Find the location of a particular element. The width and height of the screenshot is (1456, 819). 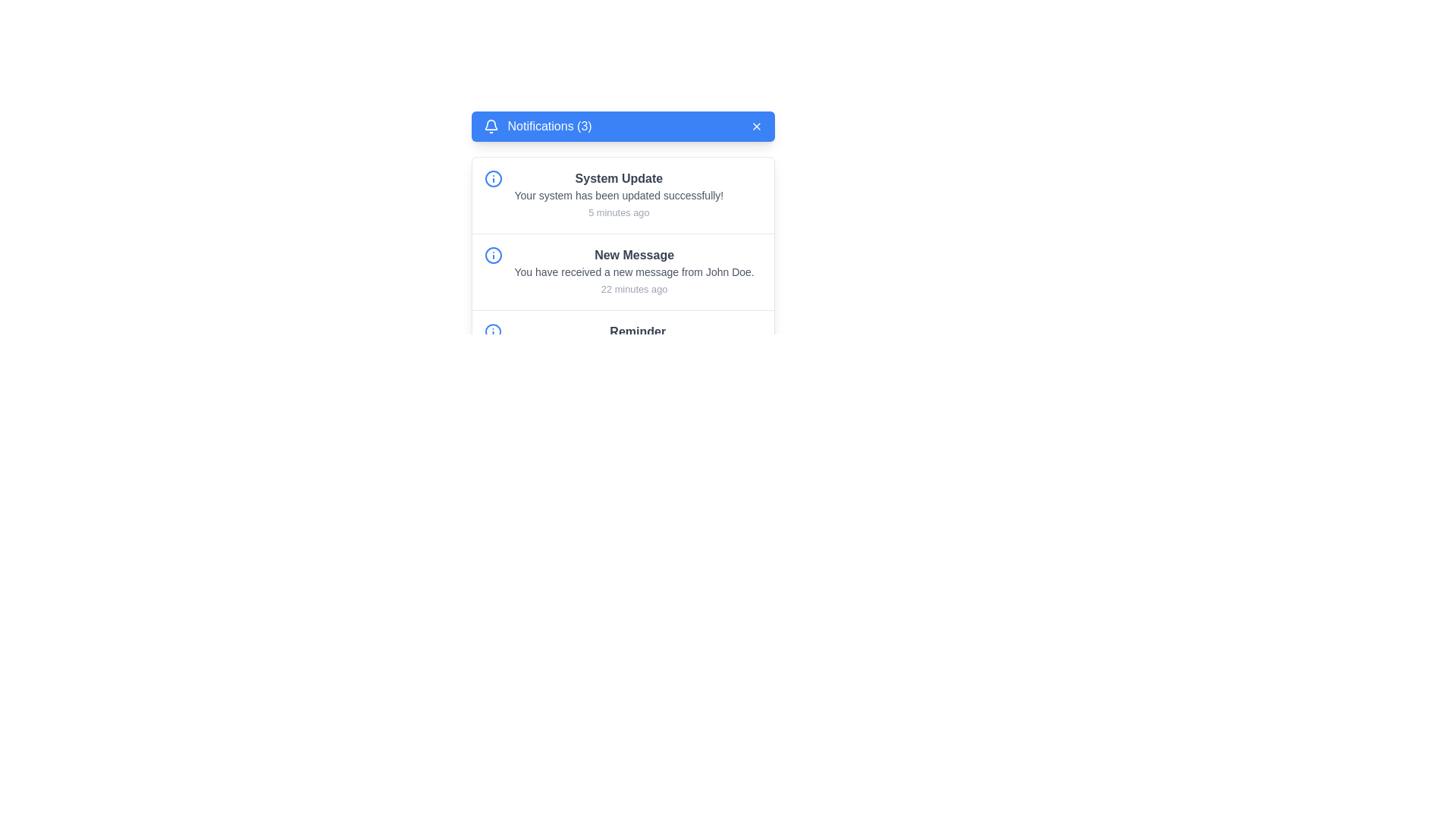

the text label that displays the message 'Your system has been updated successfully!', located below the header 'System Update' and above the timestamp '5 minutes ago' is located at coordinates (619, 195).